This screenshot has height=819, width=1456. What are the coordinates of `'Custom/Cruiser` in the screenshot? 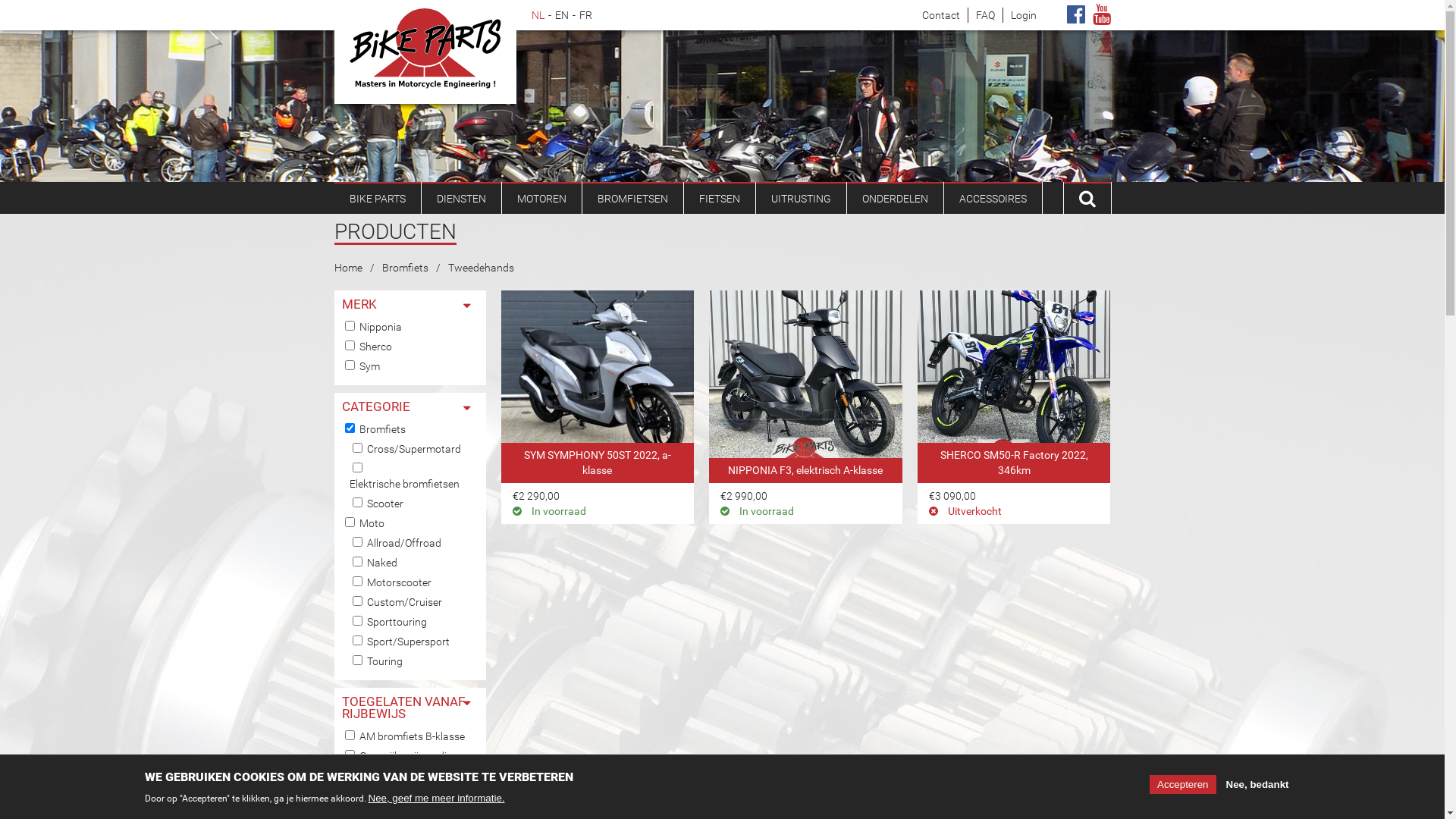 It's located at (404, 601).